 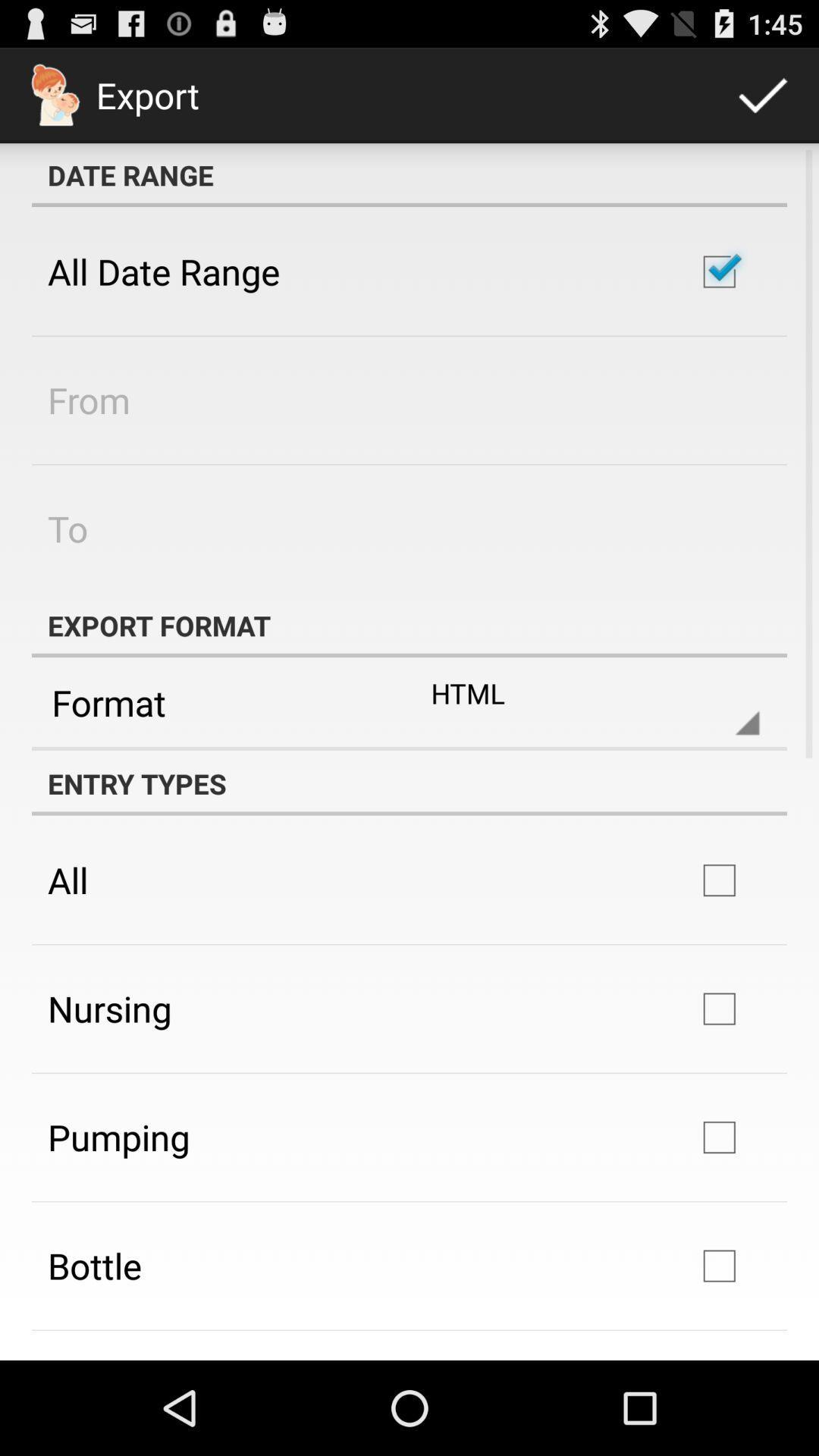 What do you see at coordinates (89, 400) in the screenshot?
I see `the from item` at bounding box center [89, 400].